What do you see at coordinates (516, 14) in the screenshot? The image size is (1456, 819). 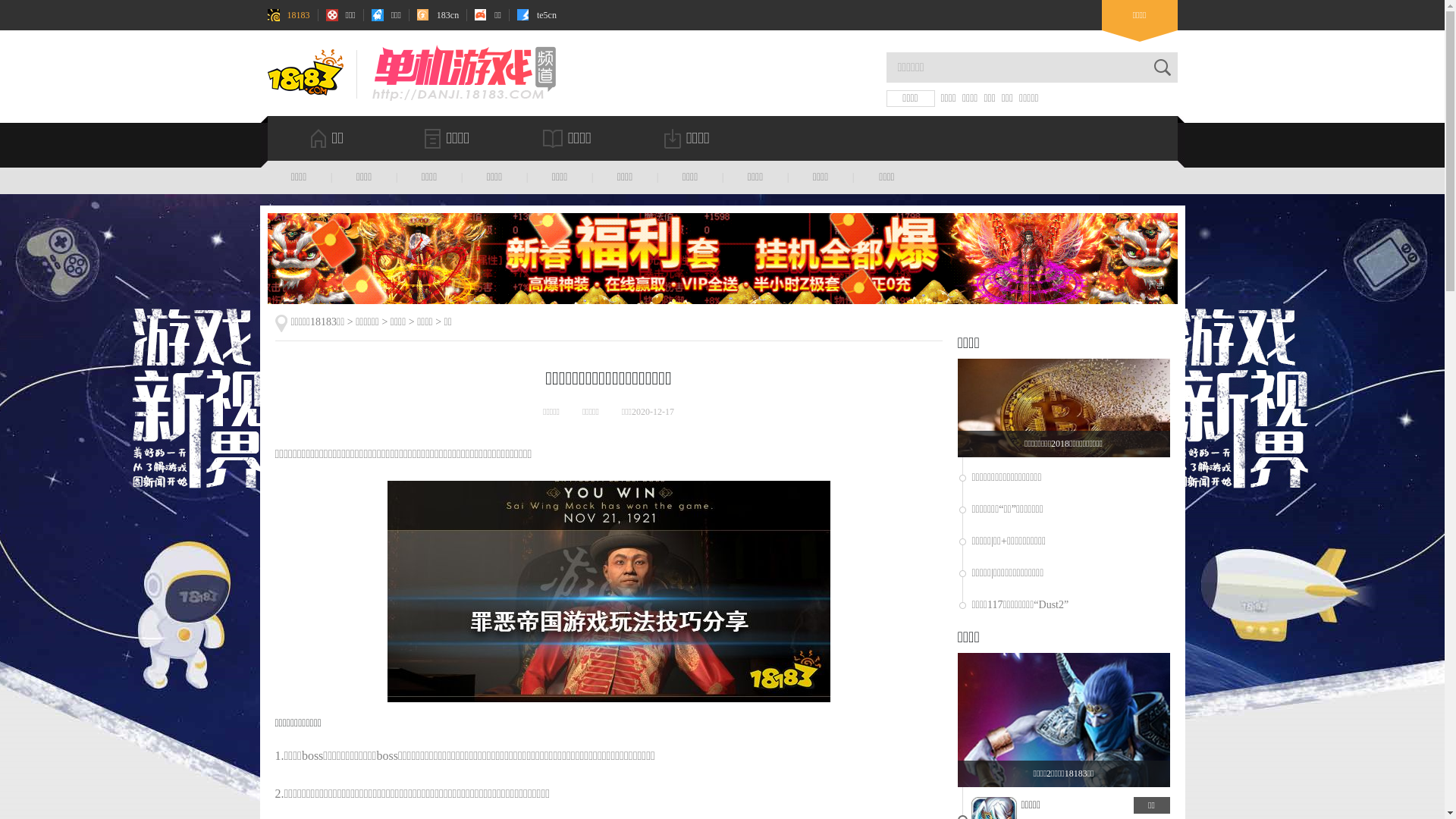 I see `'te5cn'` at bounding box center [516, 14].